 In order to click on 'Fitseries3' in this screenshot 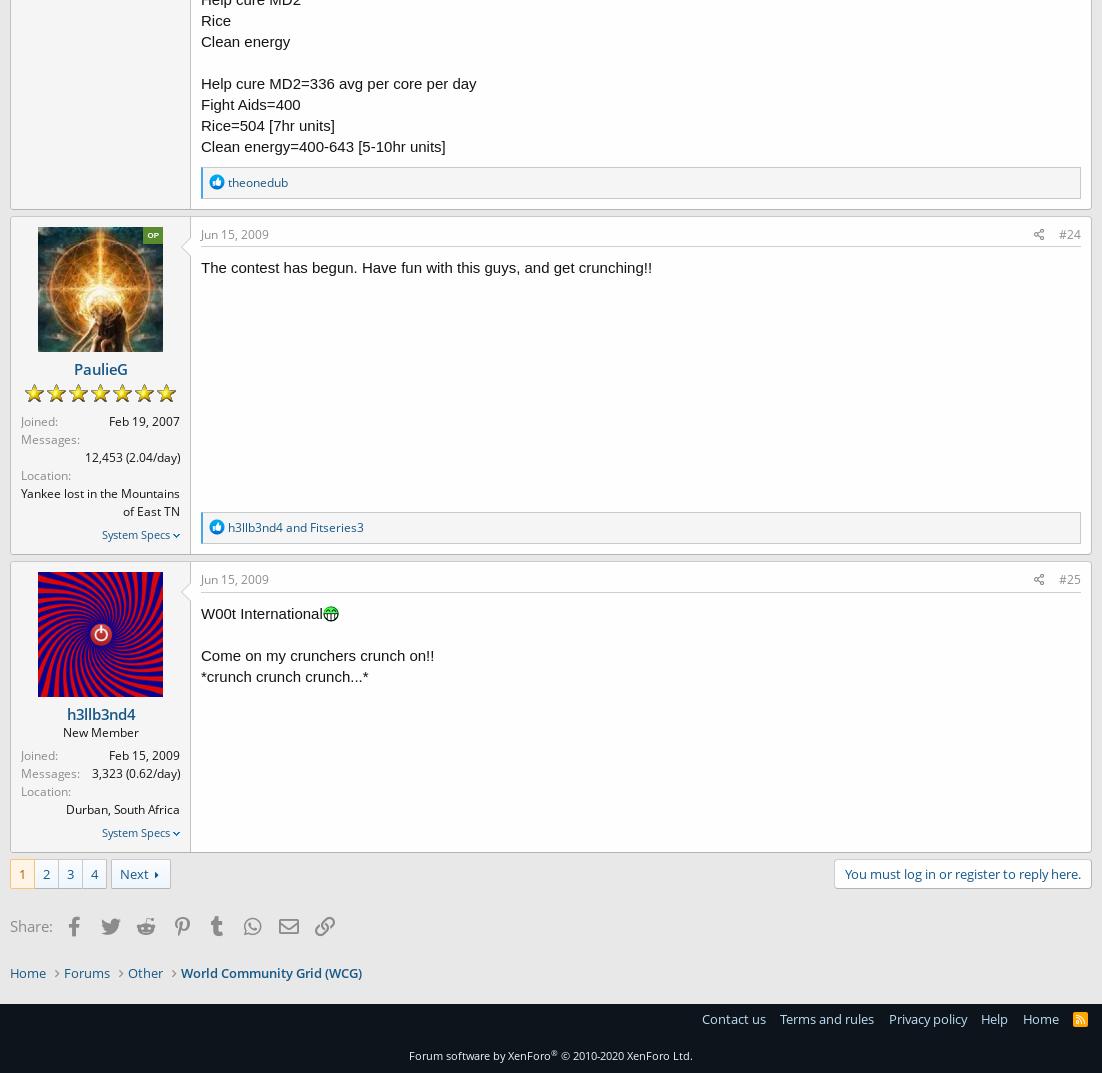, I will do `click(335, 526)`.